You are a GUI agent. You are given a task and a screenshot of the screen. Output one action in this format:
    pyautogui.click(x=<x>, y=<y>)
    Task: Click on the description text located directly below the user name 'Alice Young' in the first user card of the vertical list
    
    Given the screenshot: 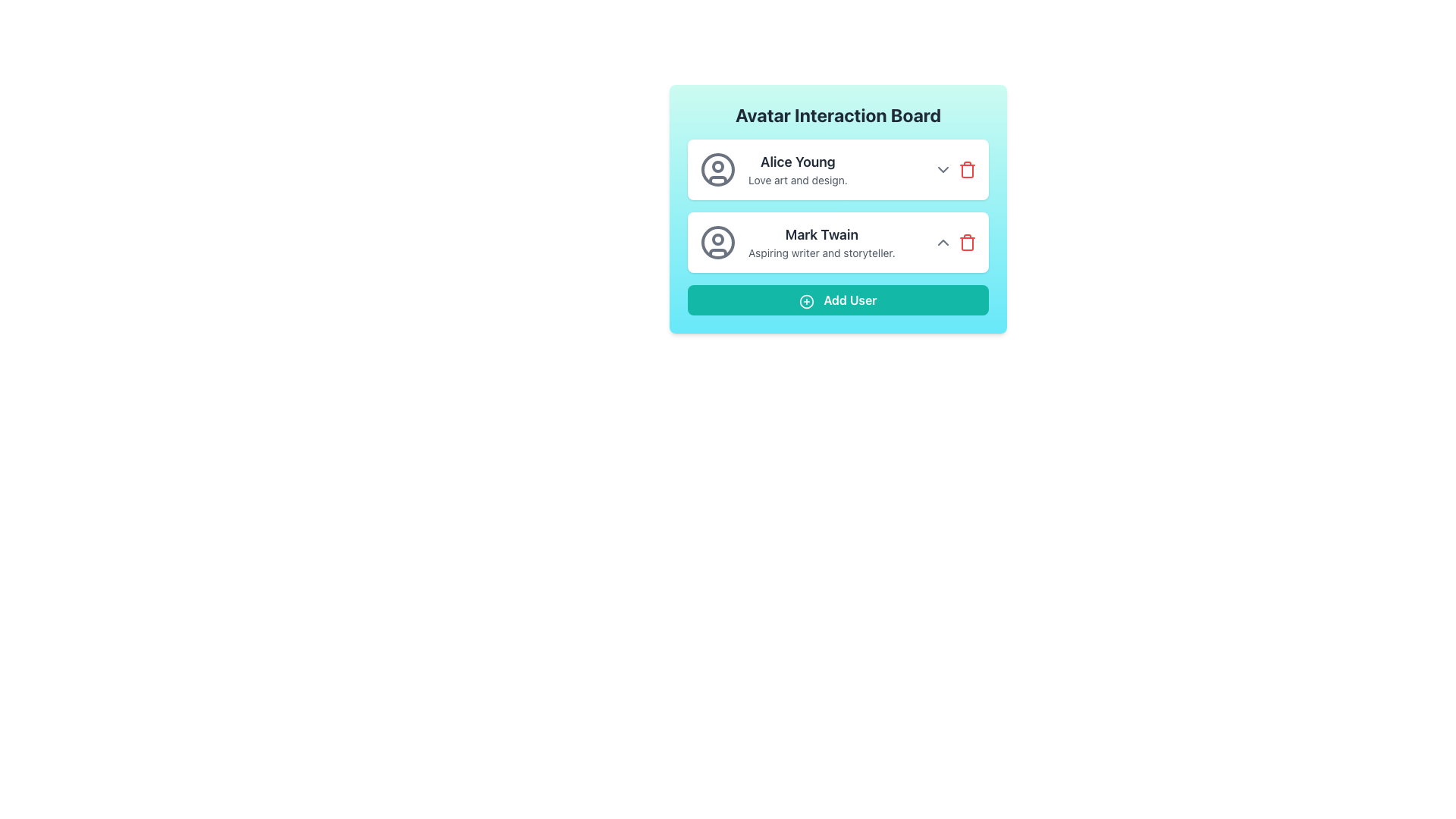 What is the action you would take?
    pyautogui.click(x=797, y=180)
    